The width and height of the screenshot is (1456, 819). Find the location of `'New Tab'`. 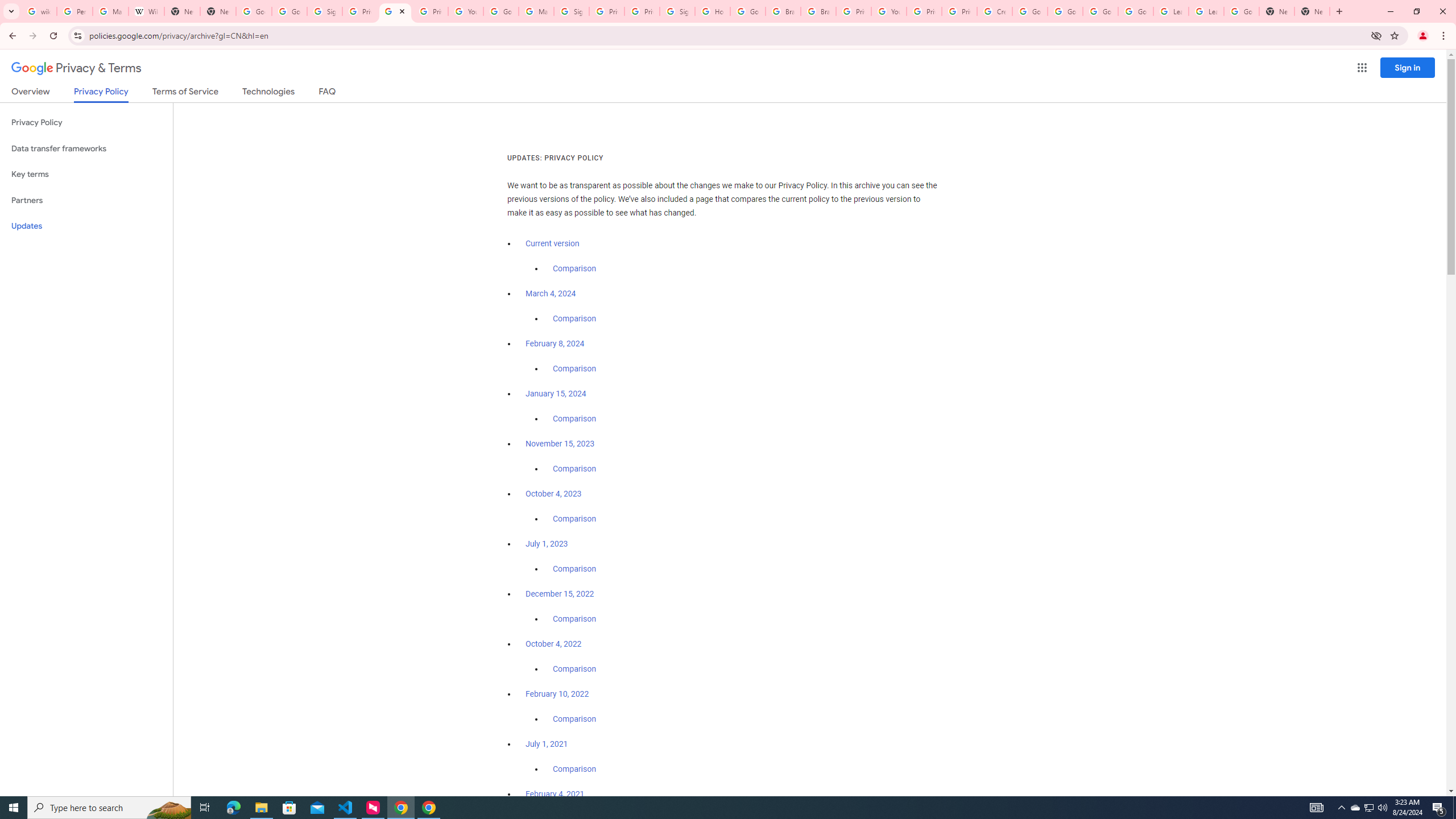

'New Tab' is located at coordinates (1277, 11).